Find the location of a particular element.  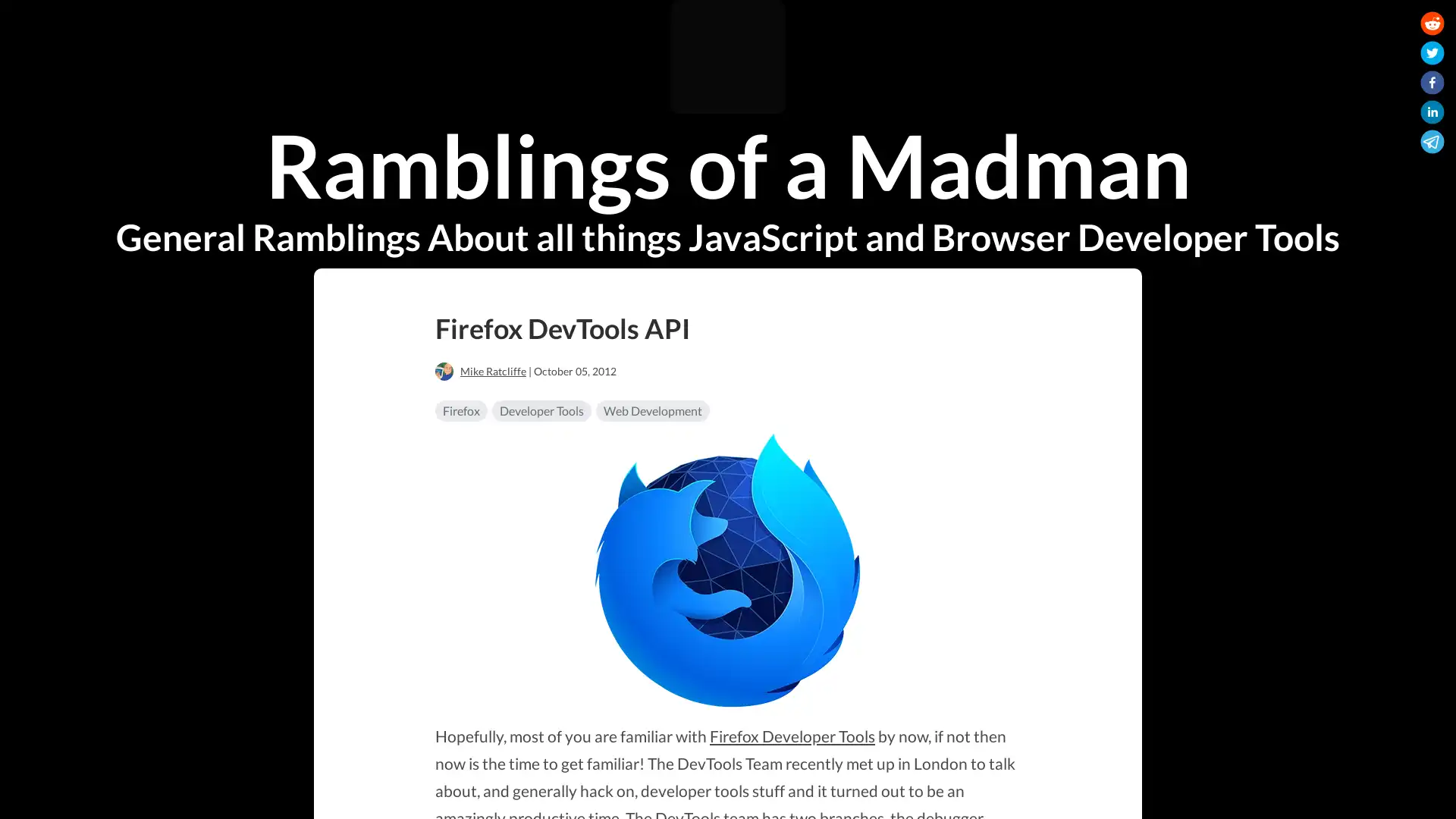

telegram is located at coordinates (1432, 144).